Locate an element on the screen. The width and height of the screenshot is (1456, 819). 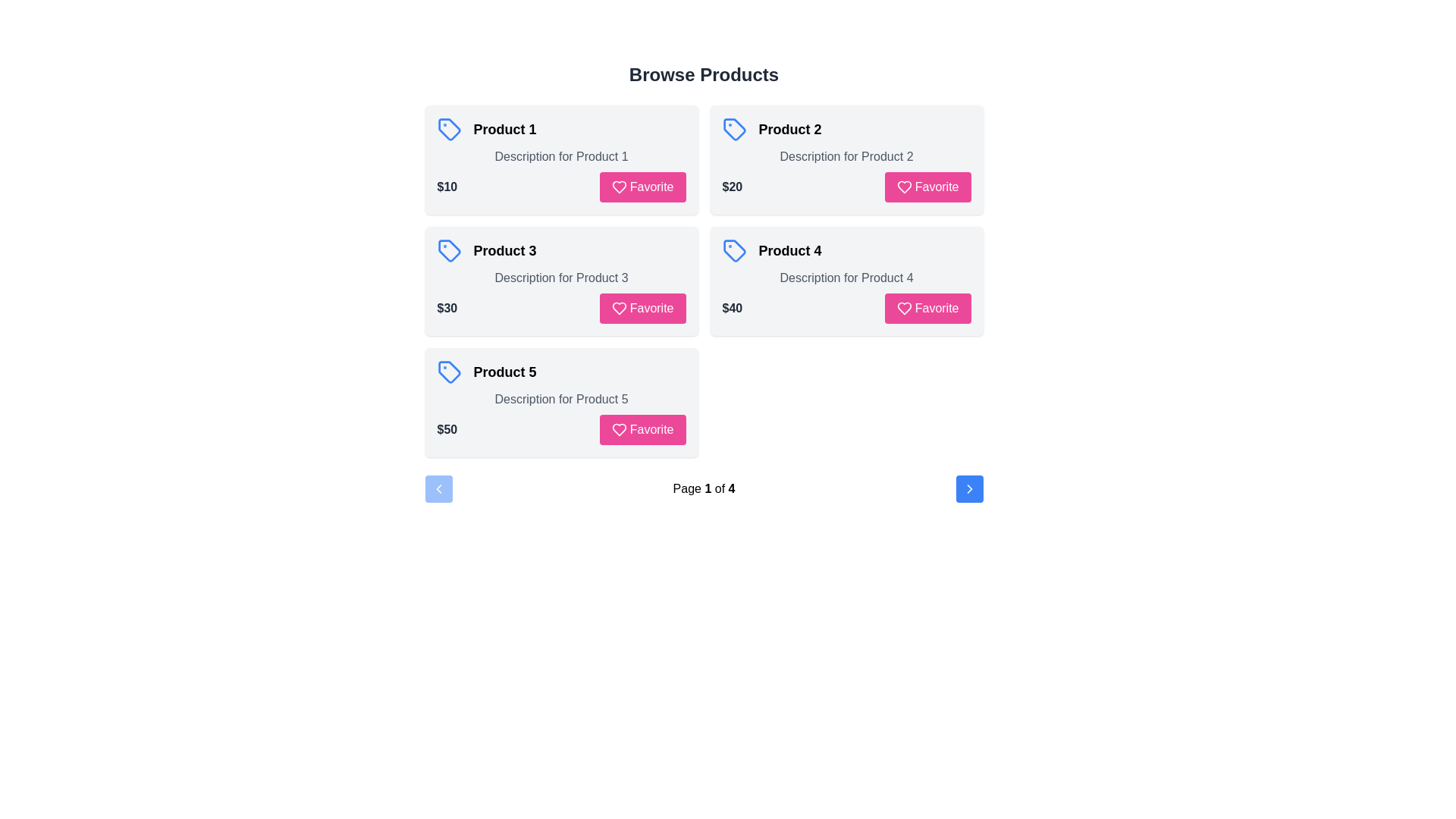
the text label reading 'Product 2' located in the top-right card of the grid layout under the 'Browse Products' header, positioned to the right of the blue tag icon is located at coordinates (789, 128).